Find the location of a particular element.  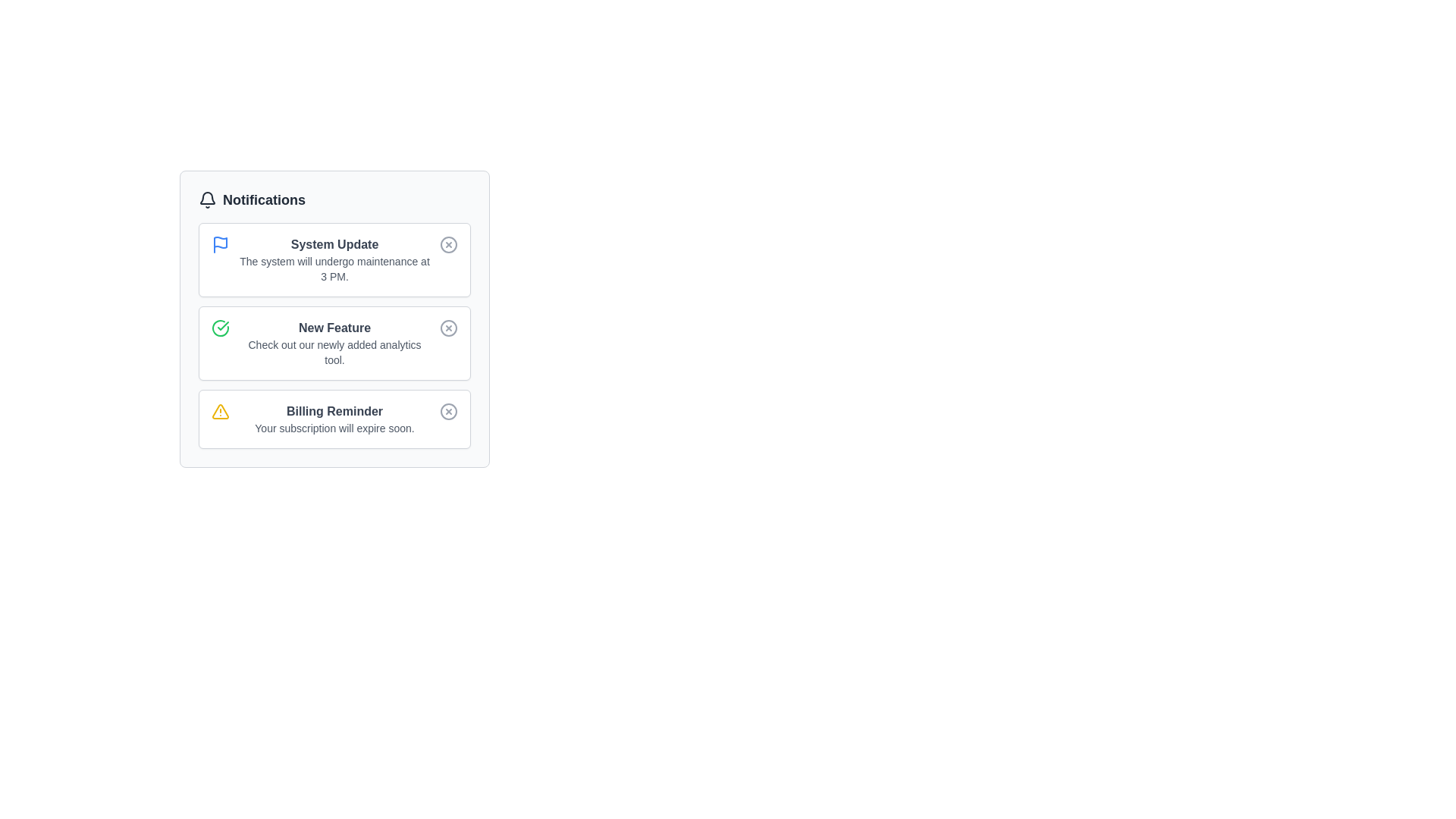

information displayed in the text component showing 'The system will undergo maintenance at 3 PM.' located under the heading 'System Update' in the first notification card is located at coordinates (334, 268).